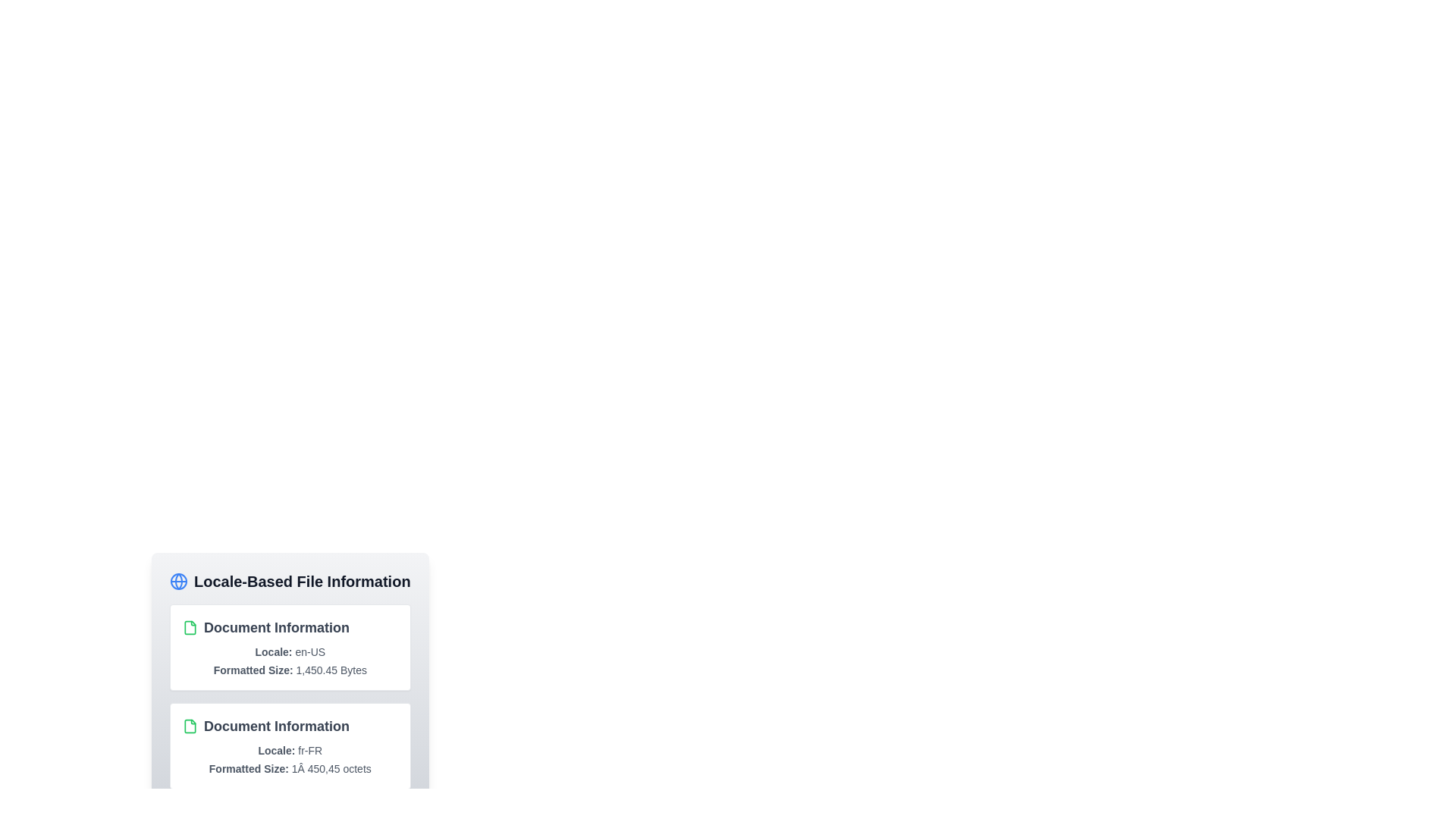  I want to click on the static text element that displays 'Formatted Size: 1,450.45 Bytes', located below 'Locale: en-US' in the 'Document Information' section, so click(290, 669).